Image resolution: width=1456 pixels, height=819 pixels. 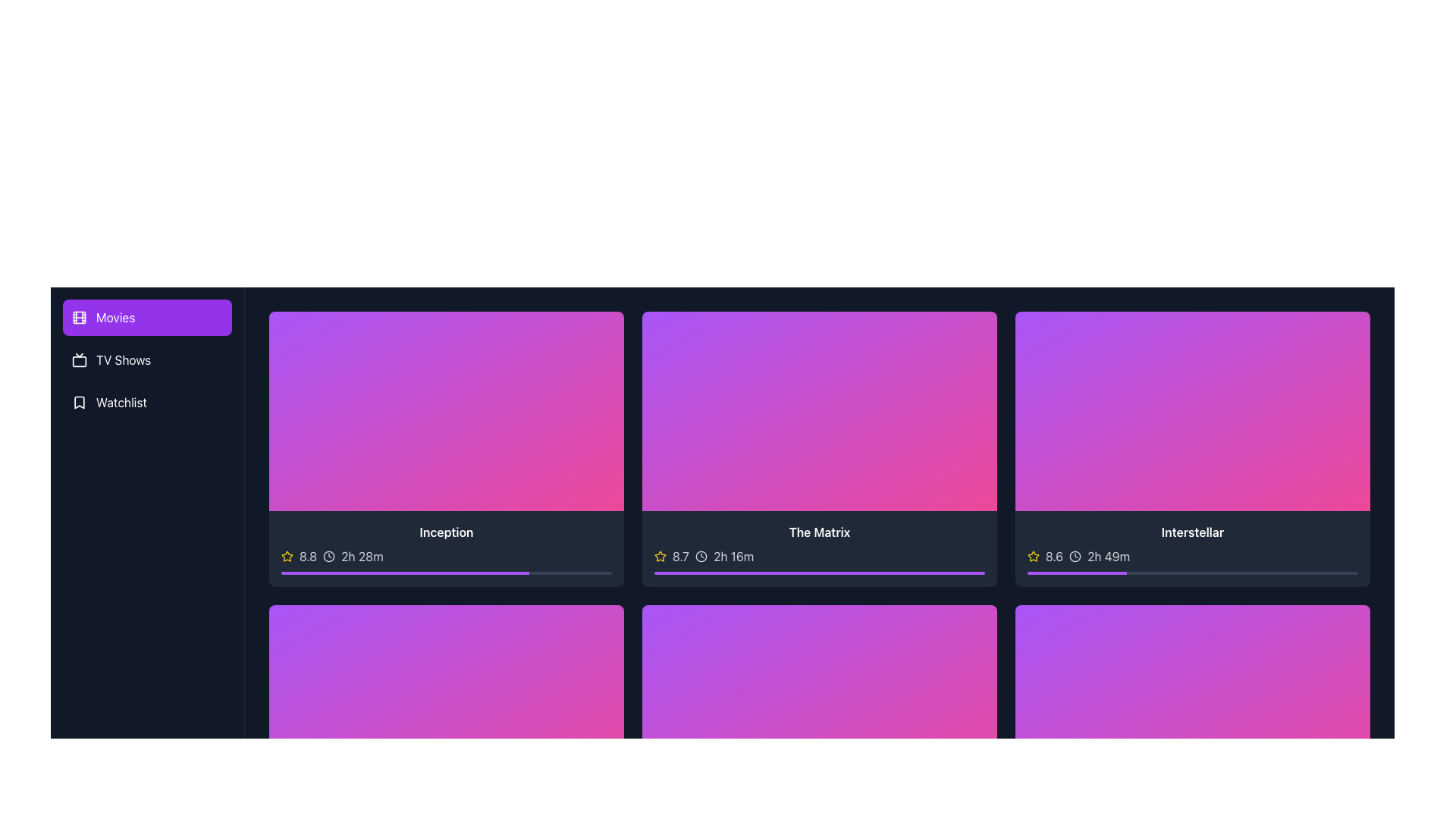 What do you see at coordinates (818, 532) in the screenshot?
I see `the text label displaying 'The Matrix' in bold white font, which is centrally positioned within a dark rectangular background in the middle card of the first row` at bounding box center [818, 532].